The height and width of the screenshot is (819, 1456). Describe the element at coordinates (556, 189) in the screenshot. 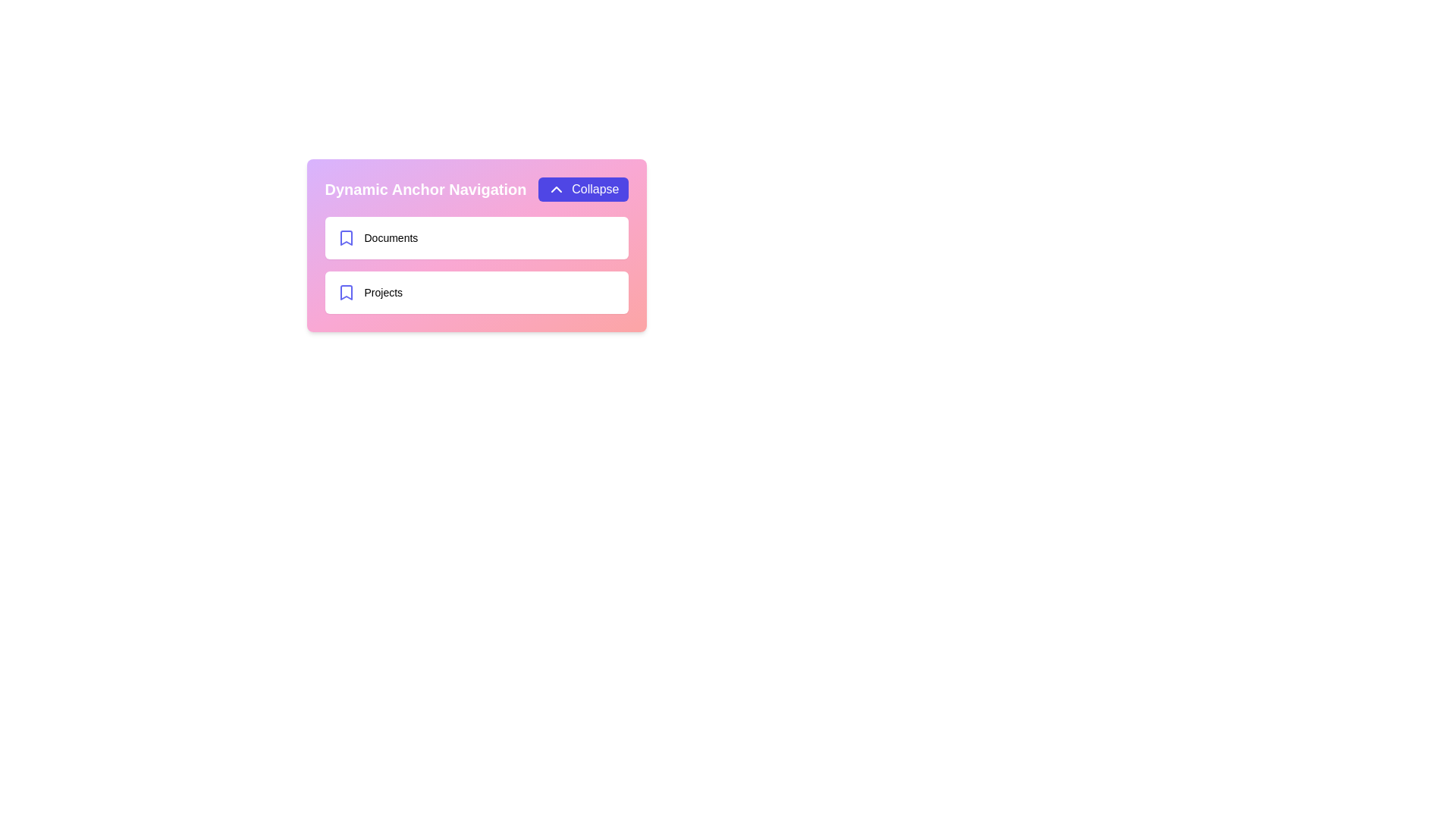

I see `the Chevron Up icon located next to the 'Collapse' button in the upper-right corner of the dynamic anchor navigation card` at that location.